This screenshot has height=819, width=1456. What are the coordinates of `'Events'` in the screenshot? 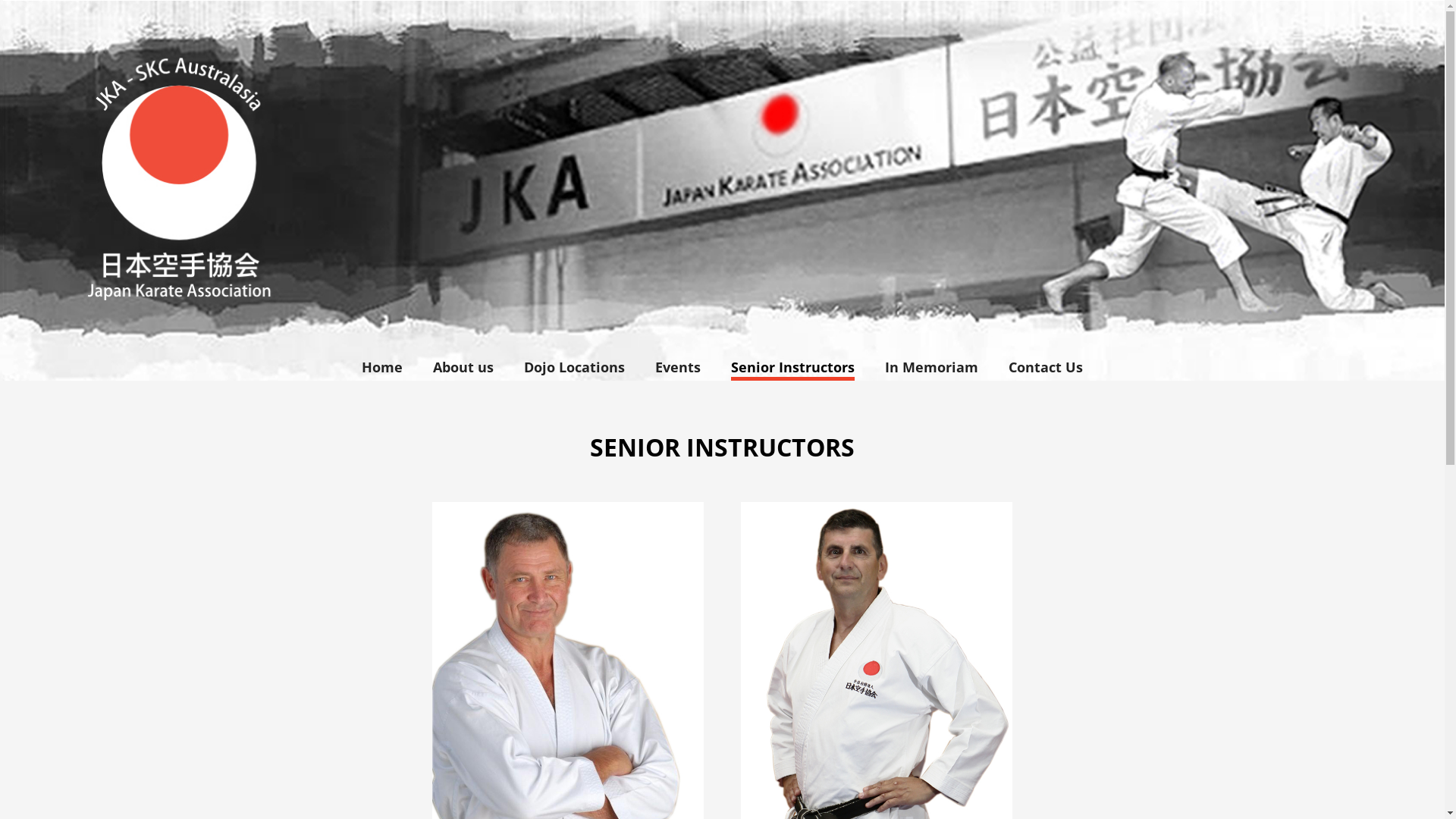 It's located at (640, 366).